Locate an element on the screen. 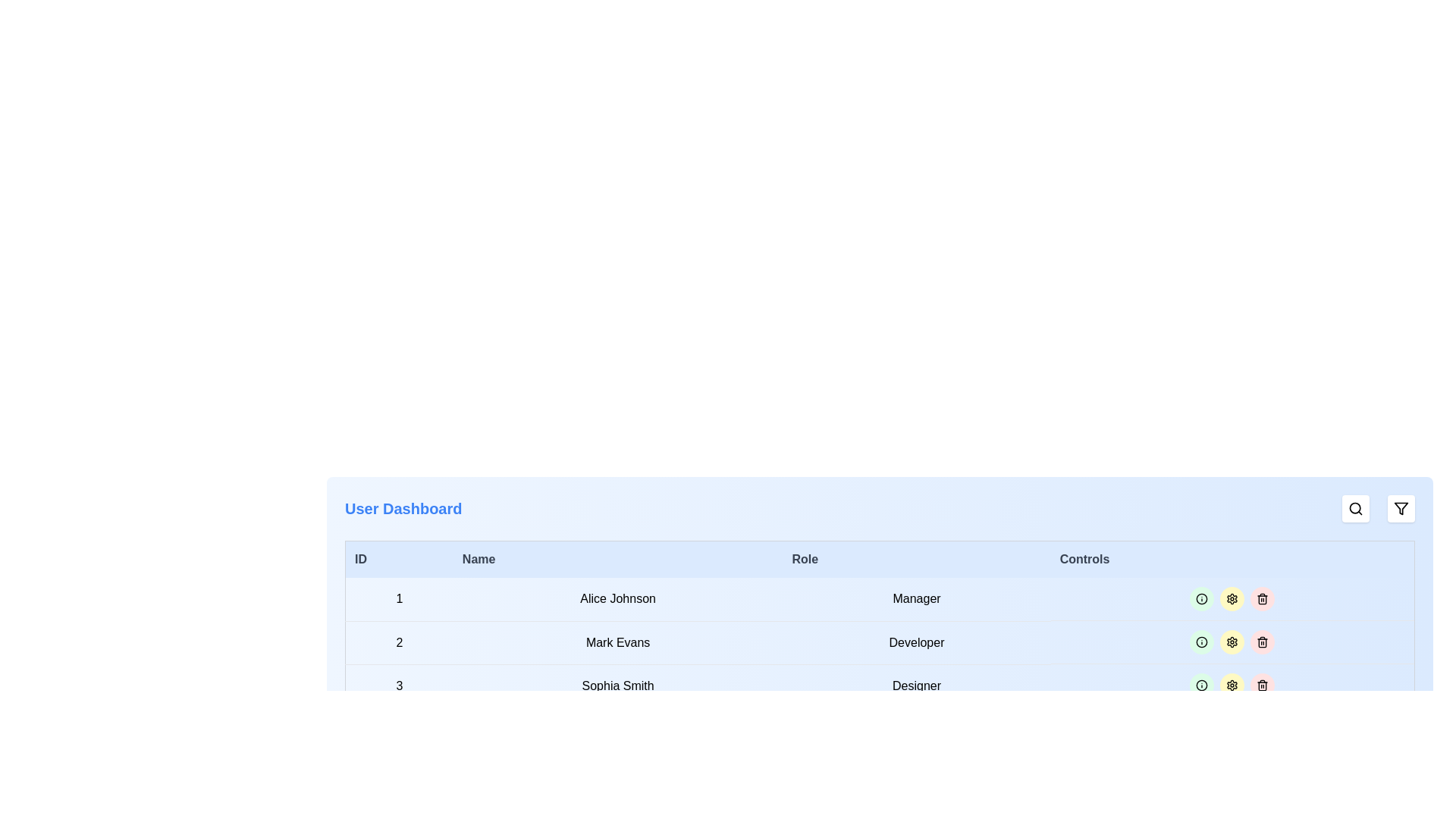 The width and height of the screenshot is (1456, 819). the gear-like 'settings' icon located in the 'Controls' column of the table, positioned as the middle icon among three horizontal icons is located at coordinates (1232, 642).